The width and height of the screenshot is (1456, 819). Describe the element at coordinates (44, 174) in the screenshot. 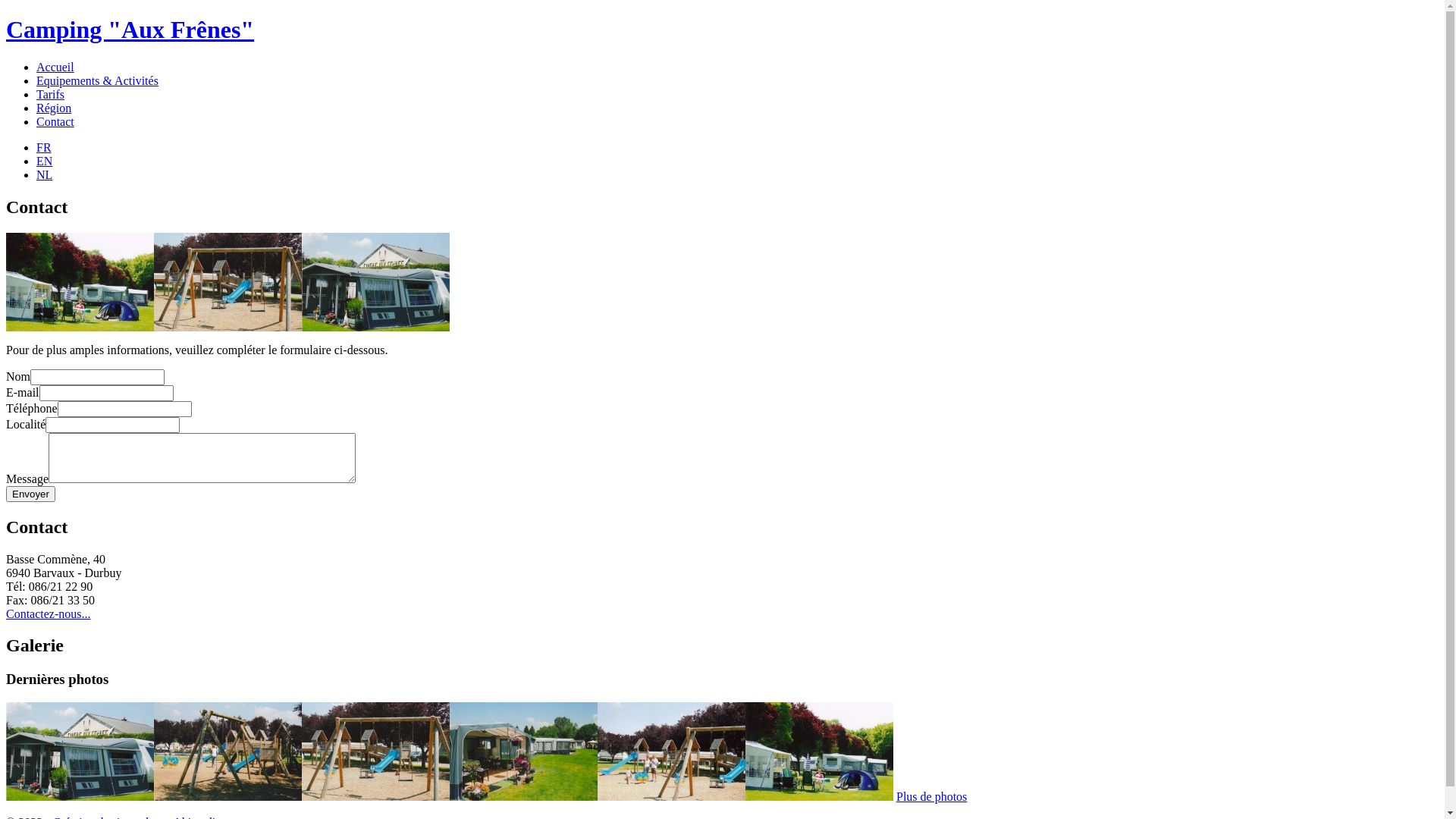

I see `'NL'` at that location.